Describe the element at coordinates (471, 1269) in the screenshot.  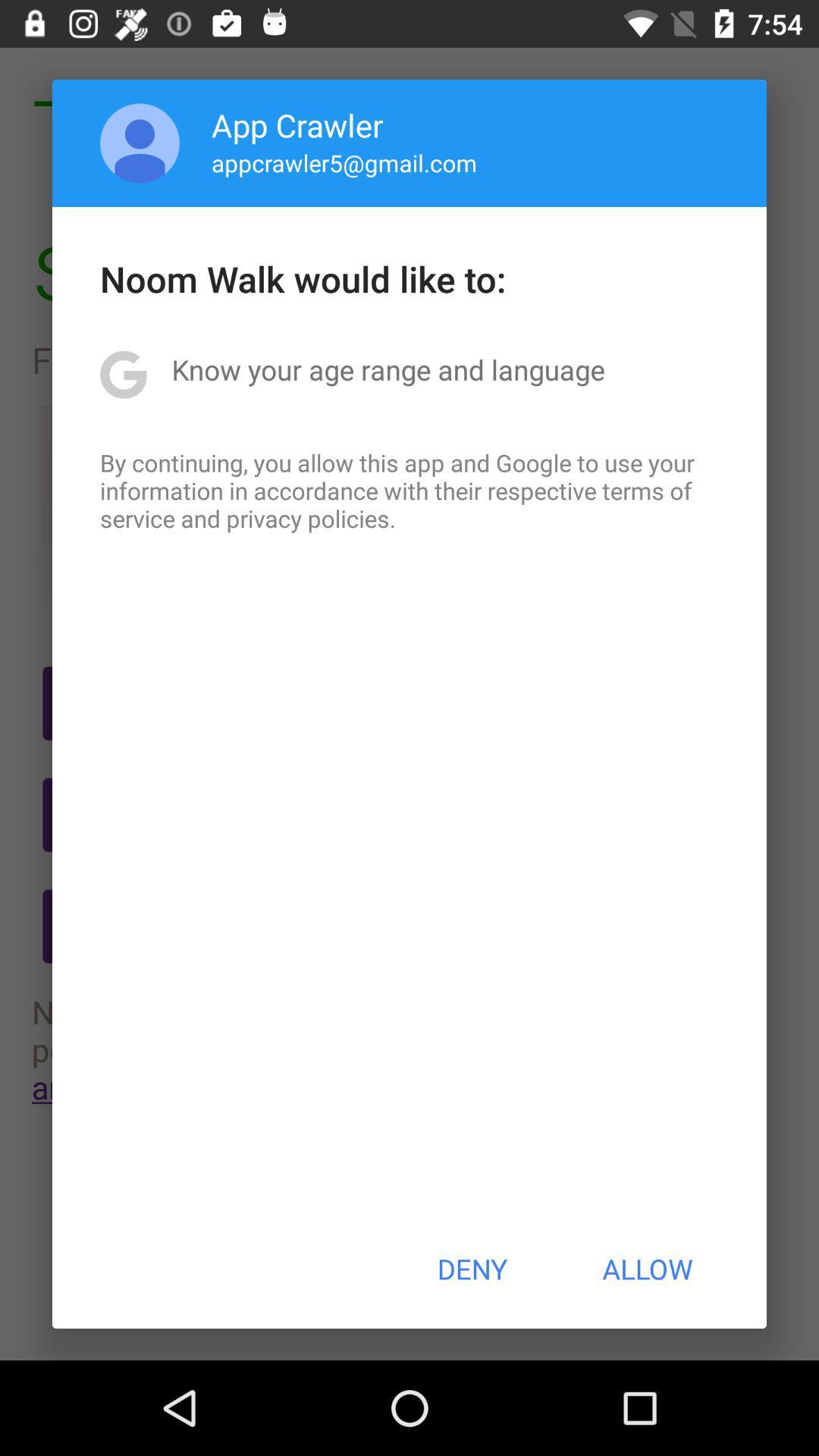
I see `the item to the left of allow` at that location.